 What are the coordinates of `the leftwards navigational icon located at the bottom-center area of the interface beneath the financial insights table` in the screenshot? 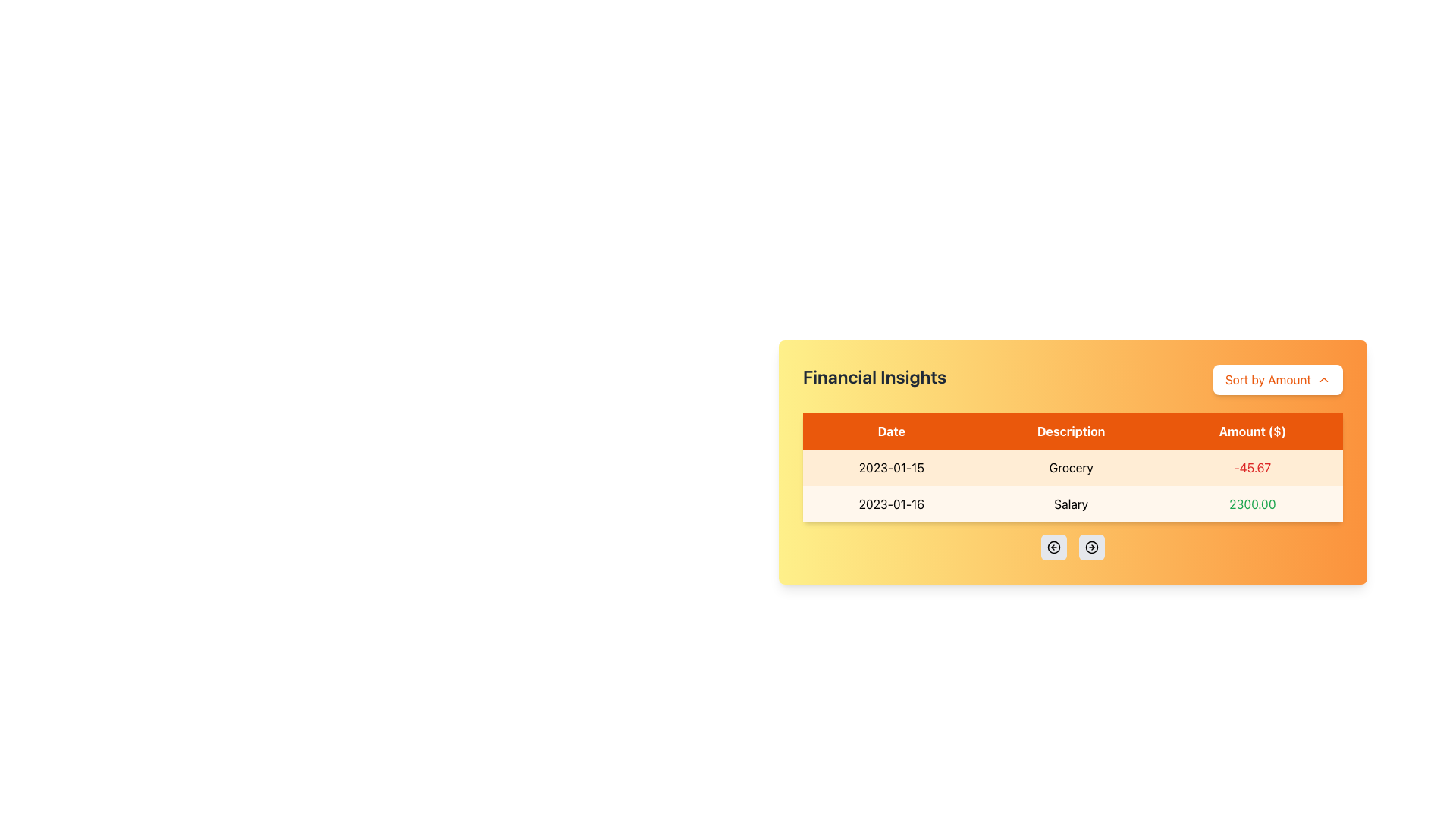 It's located at (1053, 547).